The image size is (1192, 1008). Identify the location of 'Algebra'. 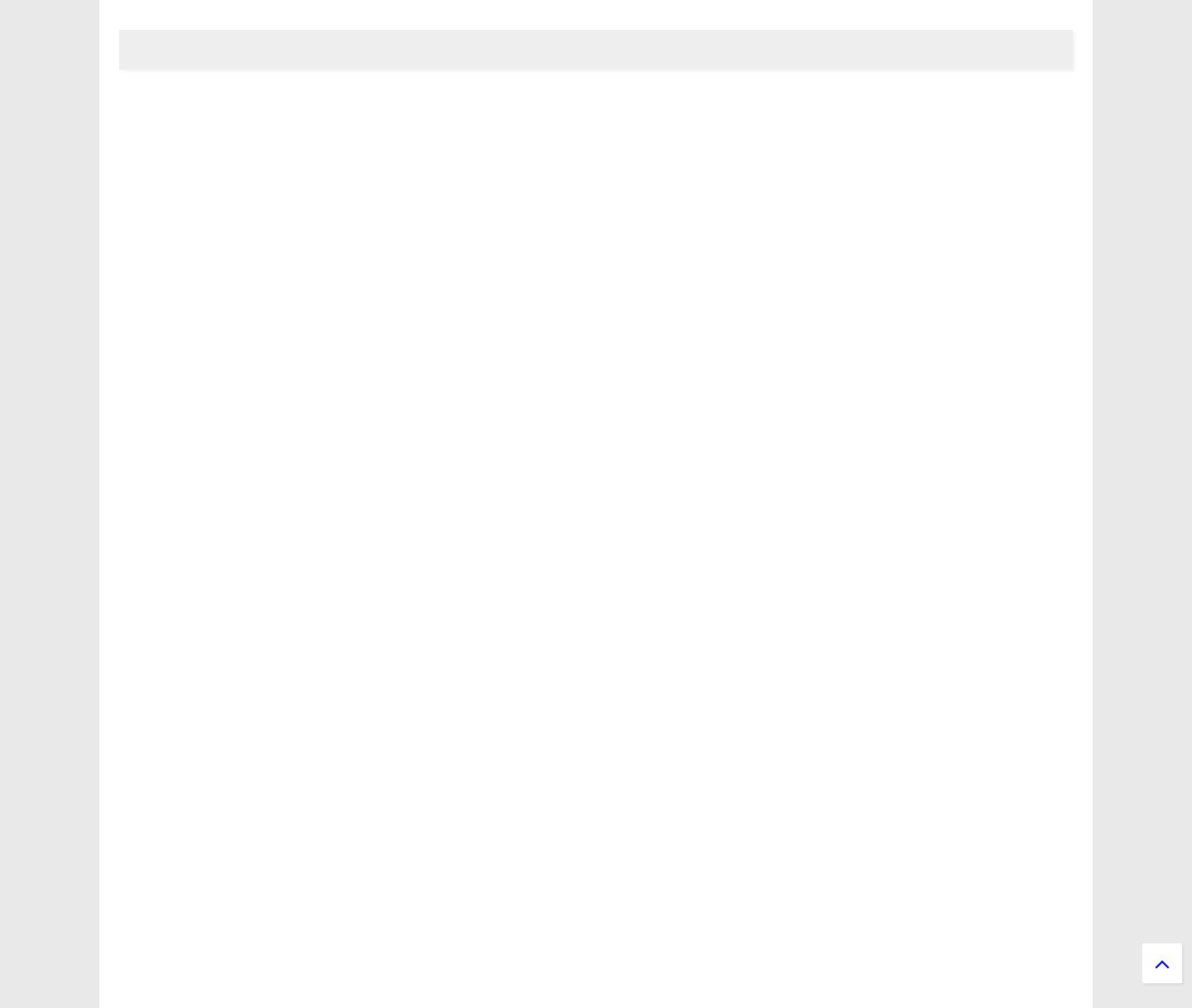
(178, 891).